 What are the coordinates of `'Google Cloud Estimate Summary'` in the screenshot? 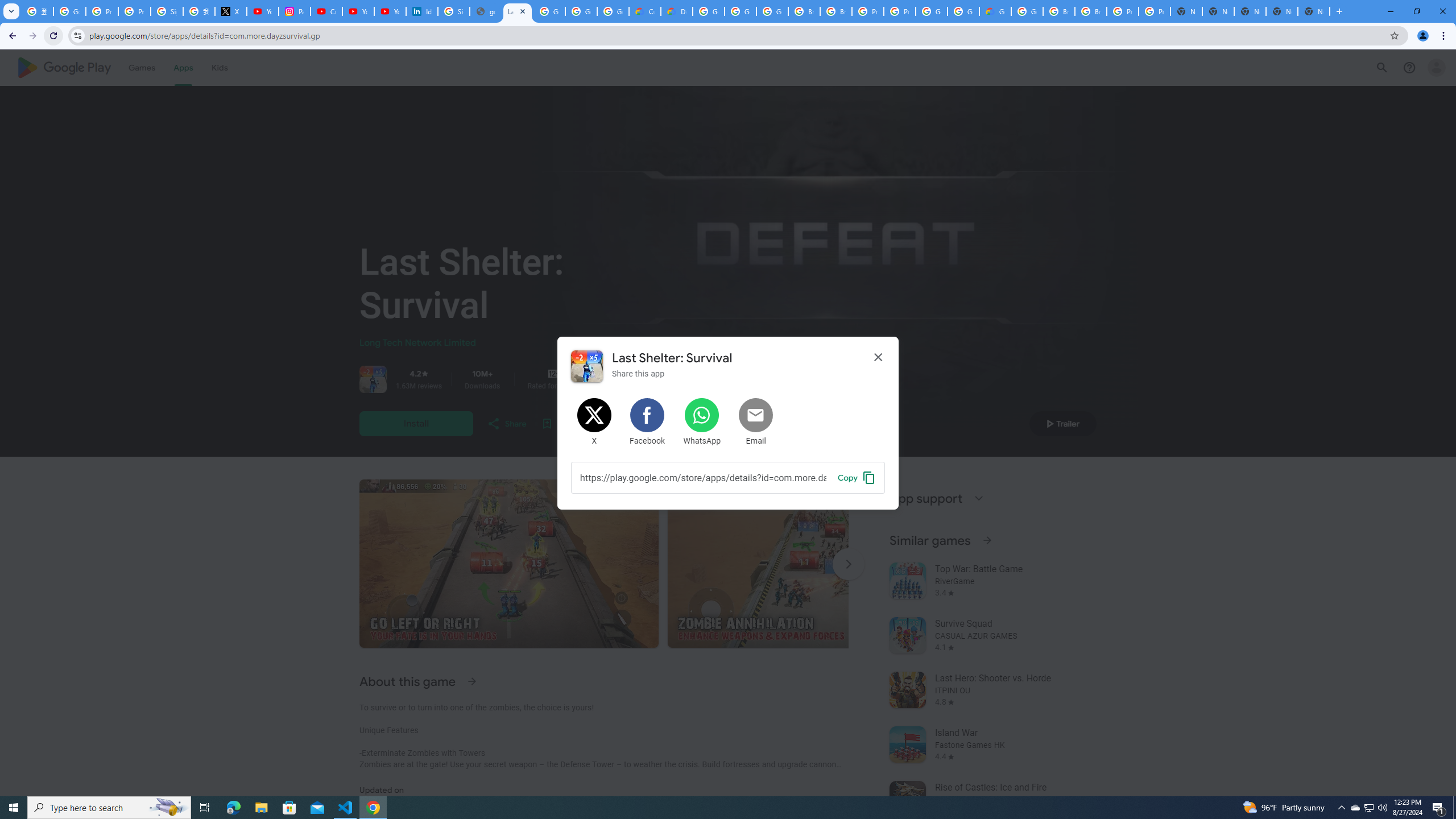 It's located at (994, 11).